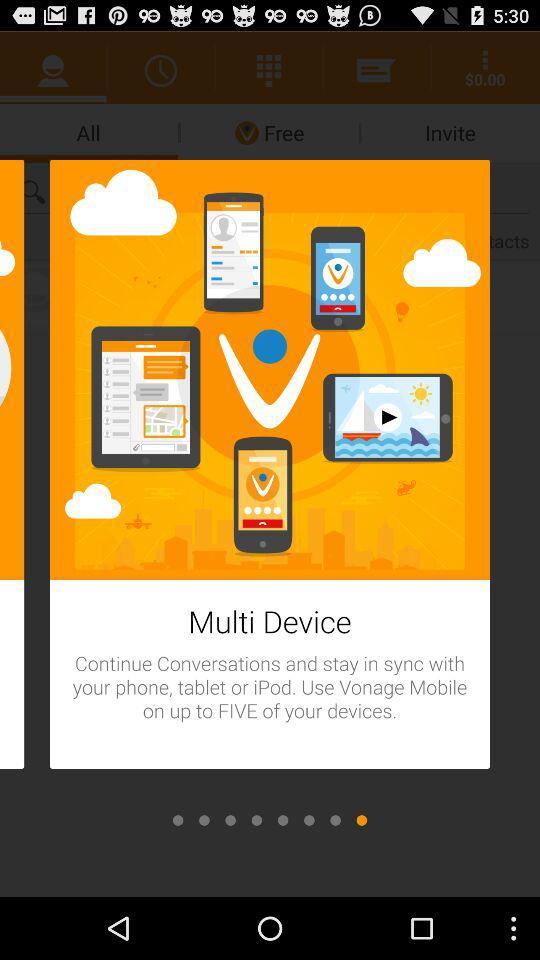  What do you see at coordinates (203, 820) in the screenshot?
I see `move to page 2` at bounding box center [203, 820].